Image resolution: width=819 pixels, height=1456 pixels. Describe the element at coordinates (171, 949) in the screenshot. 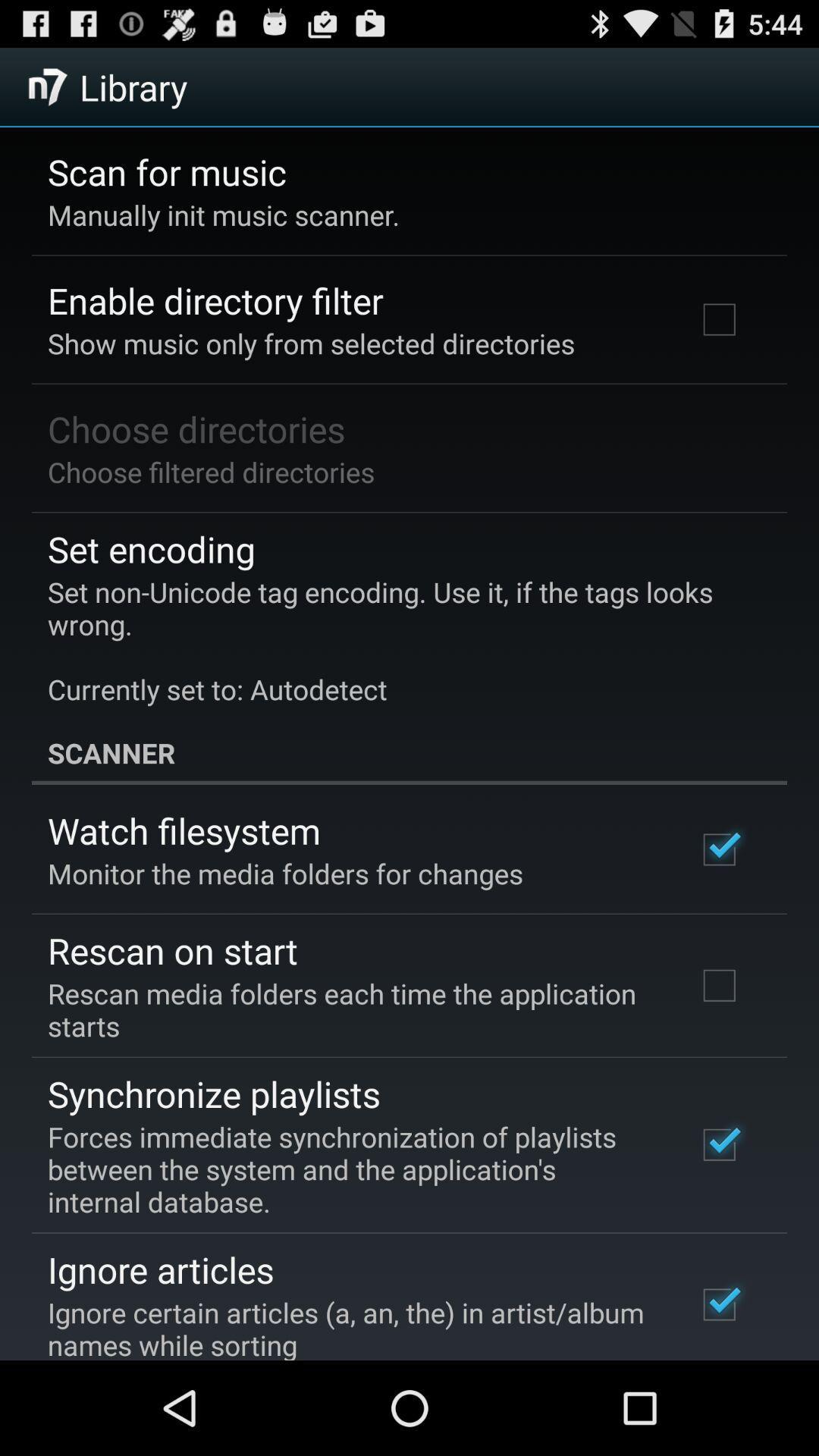

I see `the rescan on start app` at that location.